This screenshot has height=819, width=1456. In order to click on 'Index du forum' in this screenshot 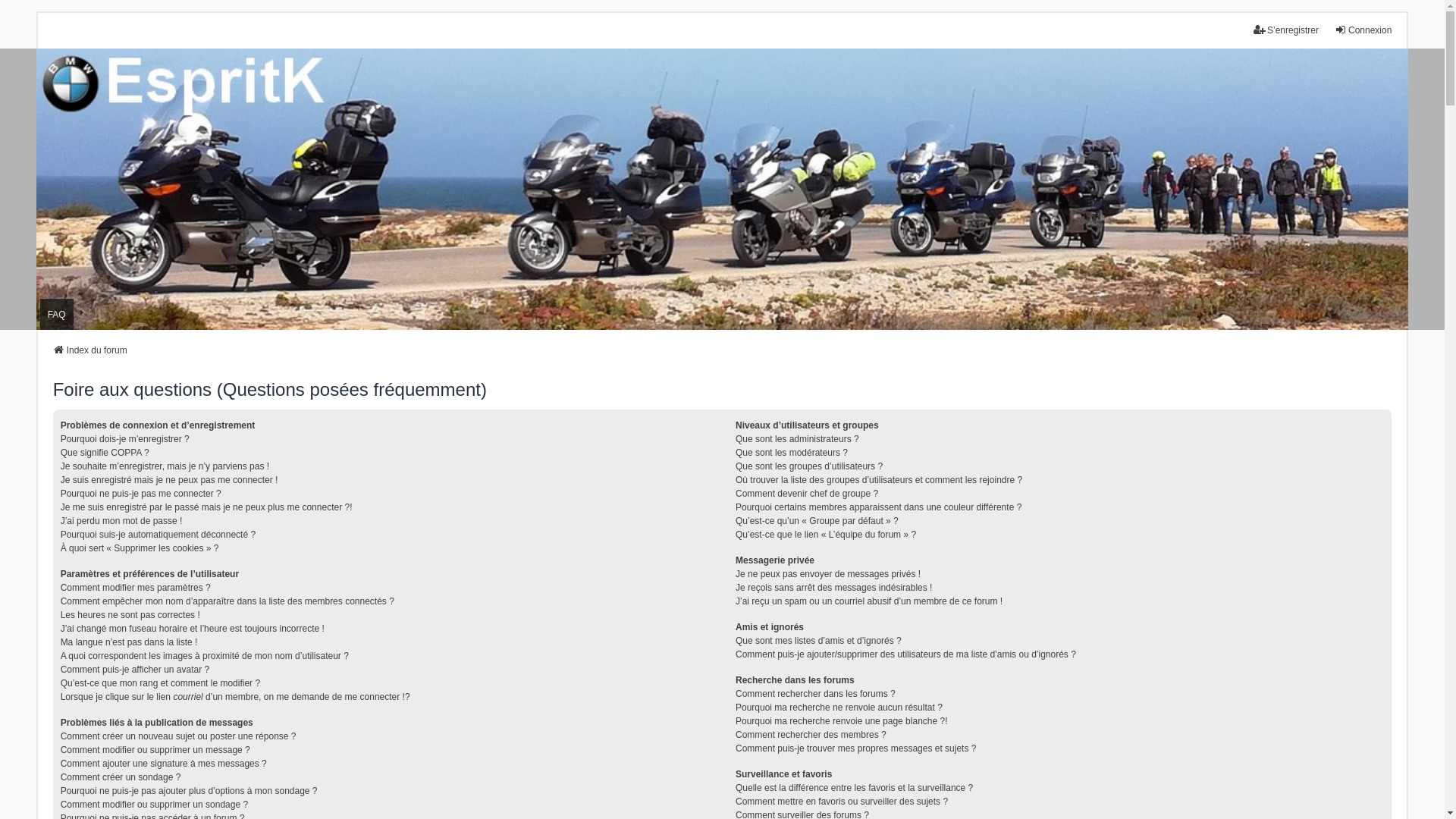, I will do `click(89, 350)`.